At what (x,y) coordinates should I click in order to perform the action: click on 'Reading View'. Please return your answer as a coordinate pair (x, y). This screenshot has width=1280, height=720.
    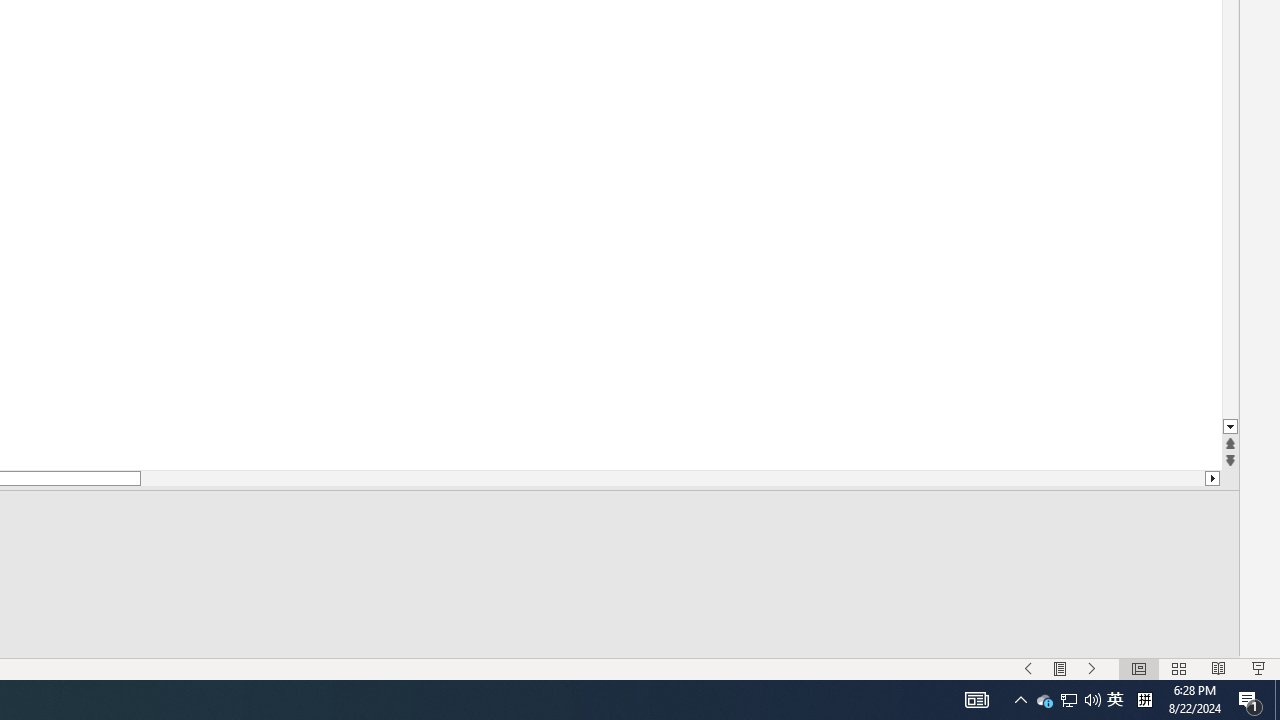
    Looking at the image, I should click on (1218, 669).